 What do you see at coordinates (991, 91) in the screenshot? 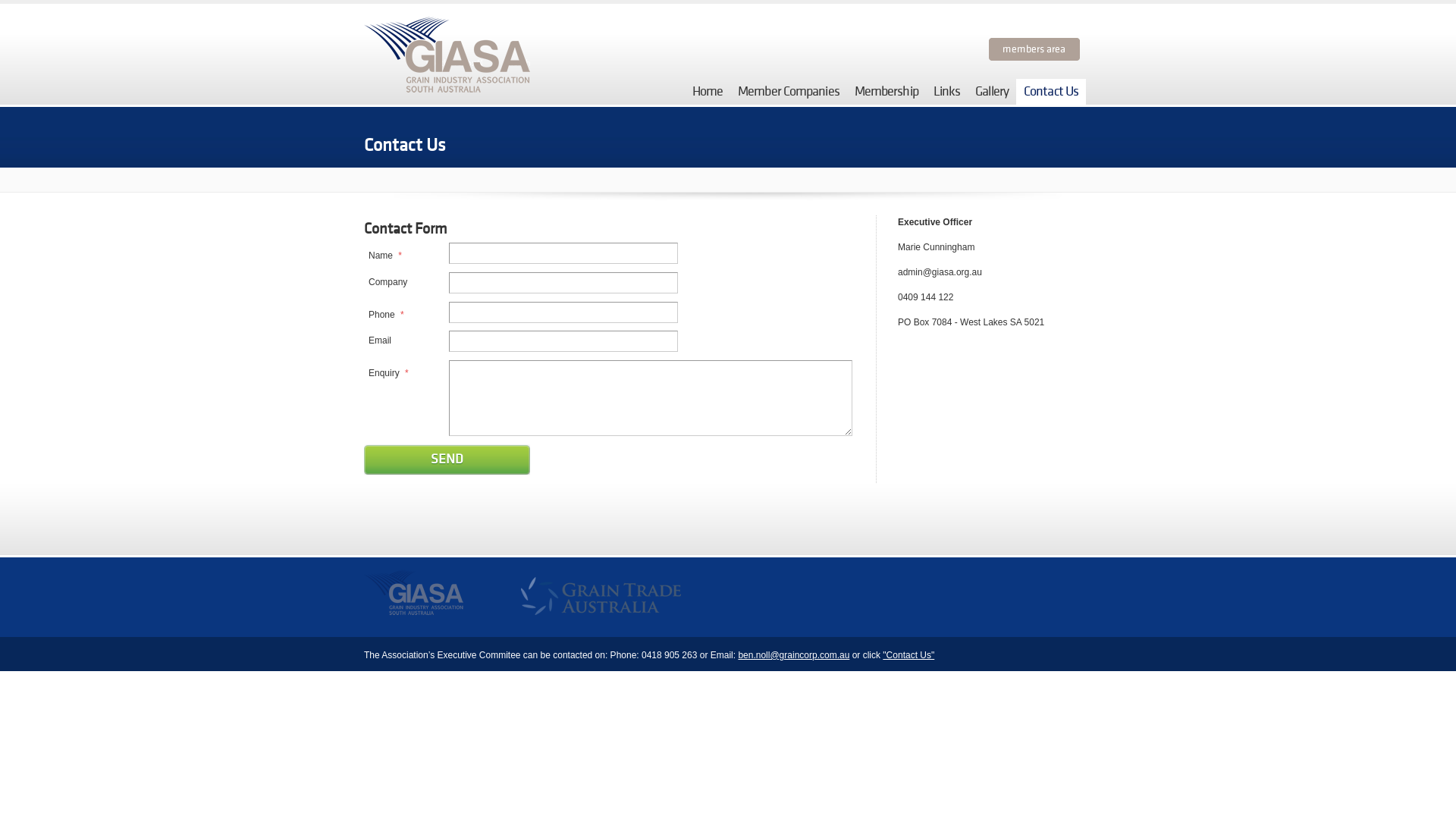
I see `'Gallery'` at bounding box center [991, 91].